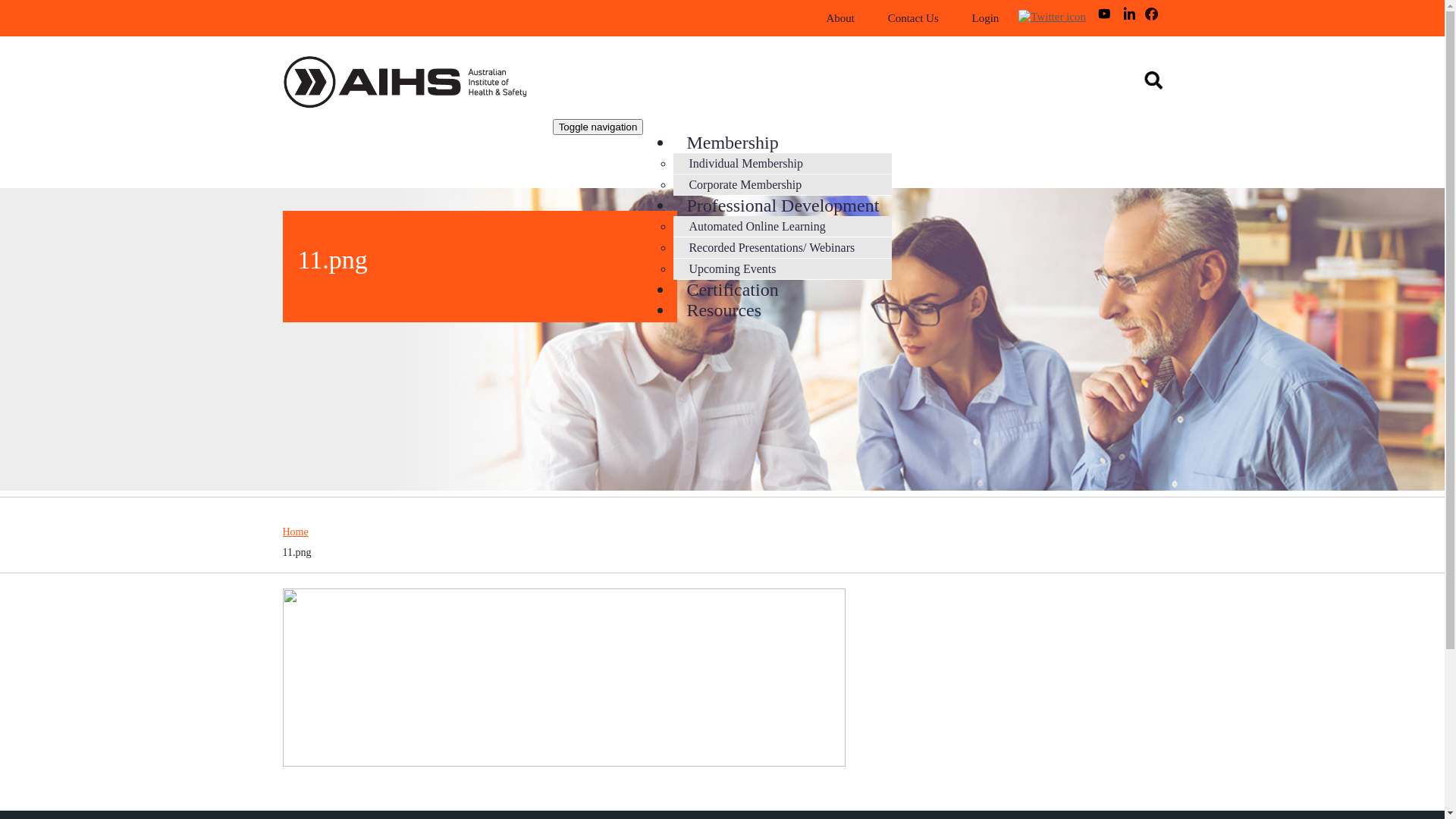 This screenshot has width=1456, height=819. I want to click on 'Corporate Membership', so click(745, 184).